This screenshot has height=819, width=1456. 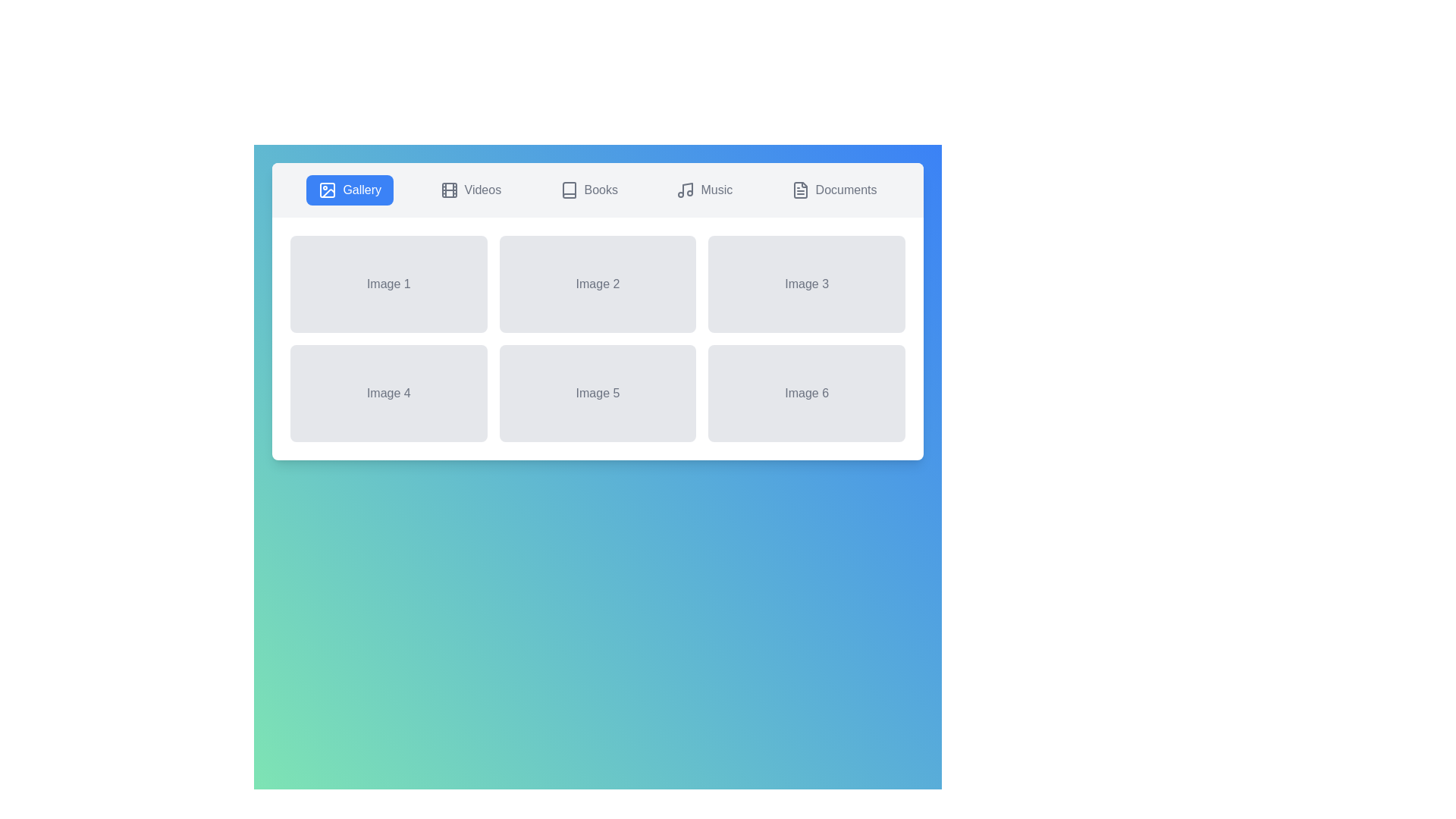 What do you see at coordinates (568, 189) in the screenshot?
I see `the 'Books' button located in the top navigation bar, which contains a line-drawn icon resembling a book` at bounding box center [568, 189].